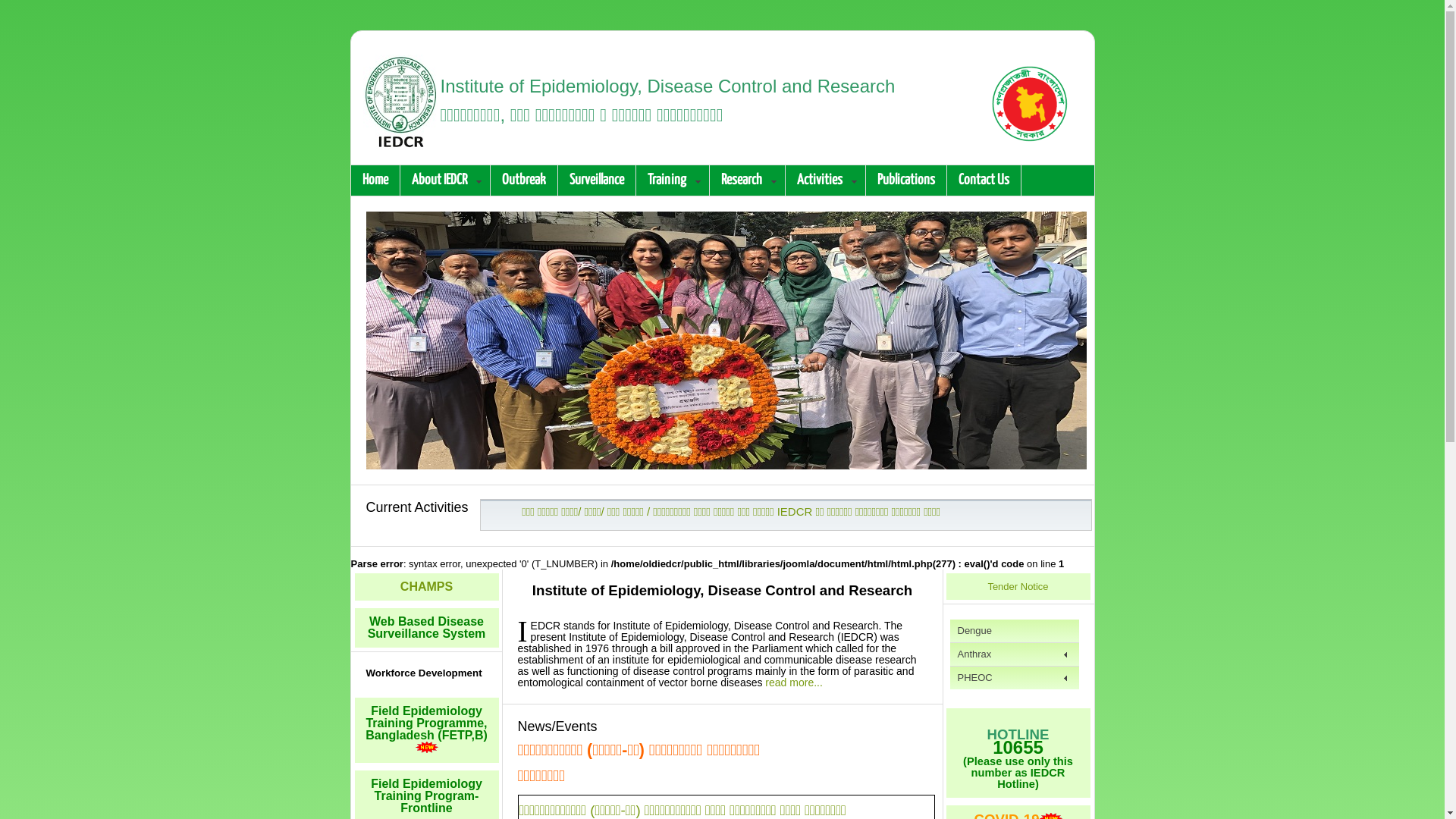 This screenshot has width=1456, height=819. Describe the element at coordinates (425, 795) in the screenshot. I see `'Field Epidemiology Training Program-Frontline'` at that location.